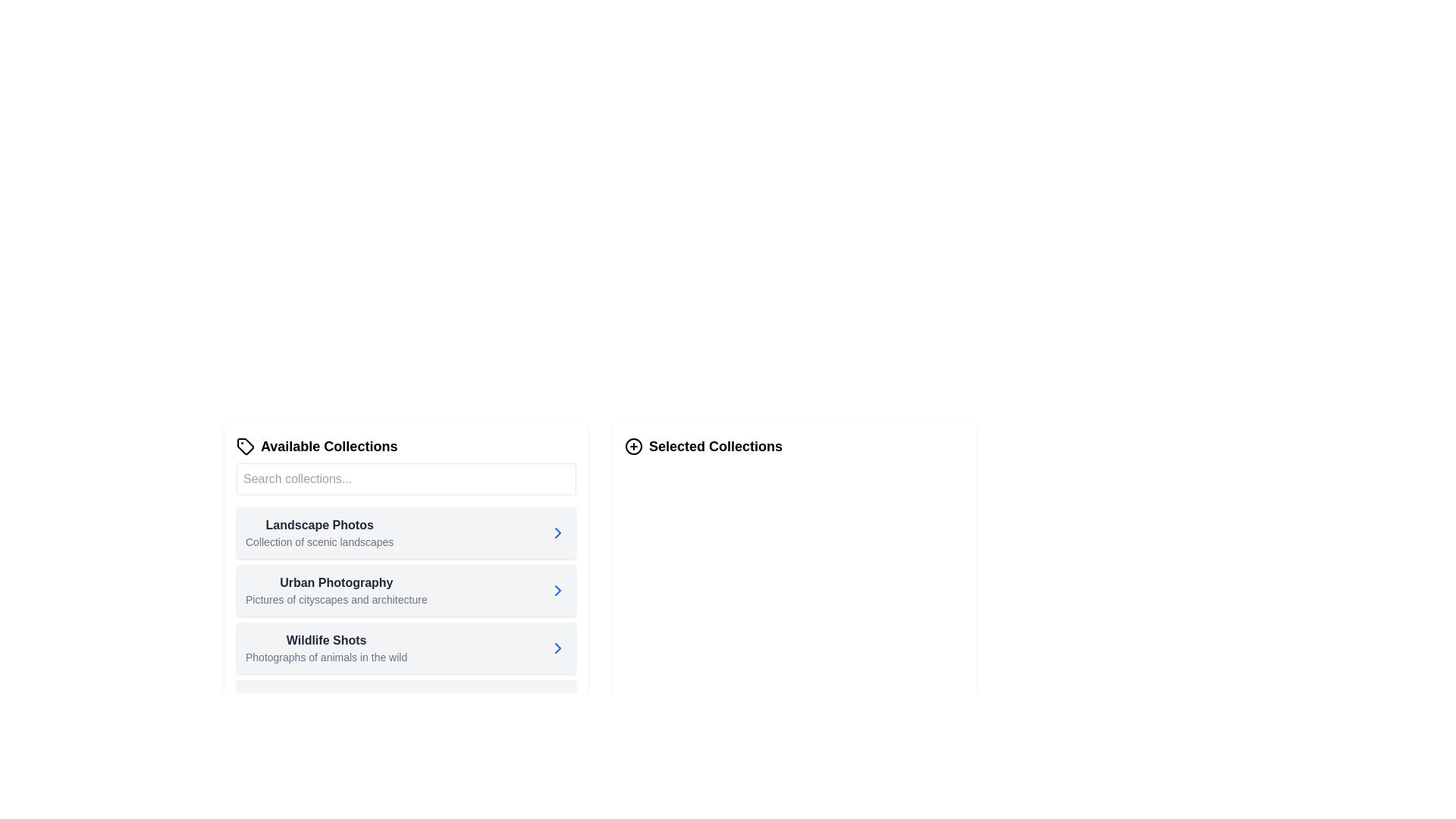 Image resolution: width=1456 pixels, height=819 pixels. I want to click on the 'Urban Photography' text label, which is bold and dark gray, for navigation or selection, so click(335, 582).